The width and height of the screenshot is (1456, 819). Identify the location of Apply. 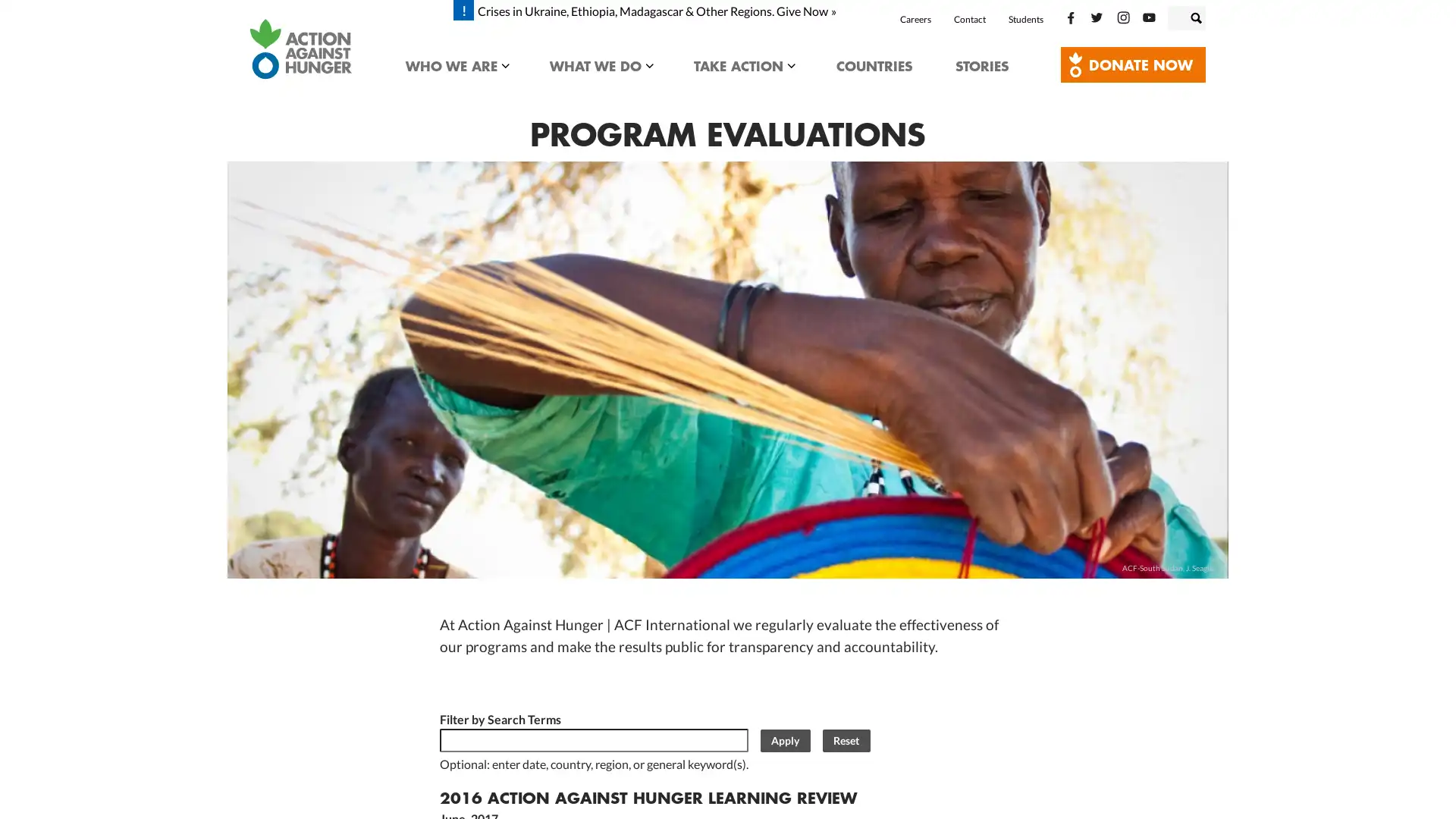
(785, 739).